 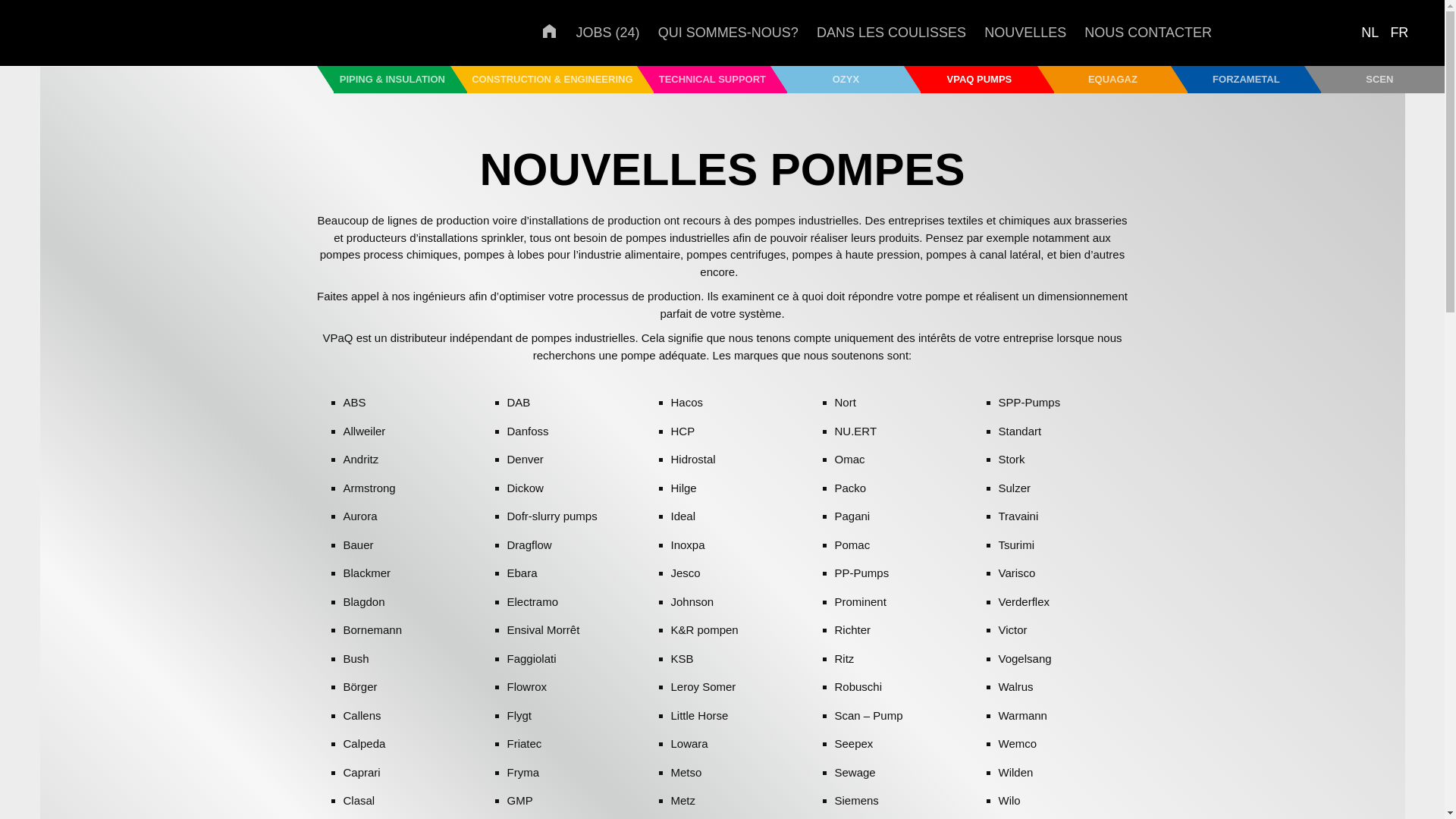 What do you see at coordinates (984, 32) in the screenshot?
I see `'NOUVELLES'` at bounding box center [984, 32].